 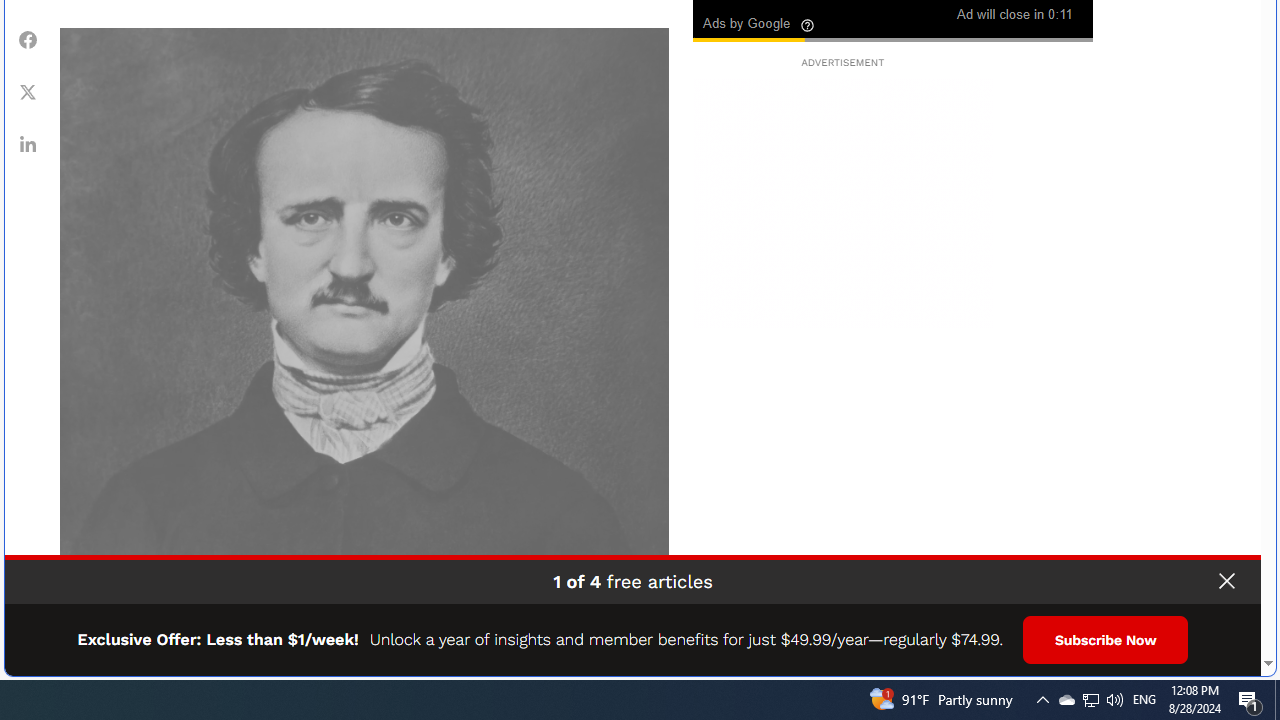 What do you see at coordinates (1225, 581) in the screenshot?
I see `'Class: close-button unbutton'` at bounding box center [1225, 581].